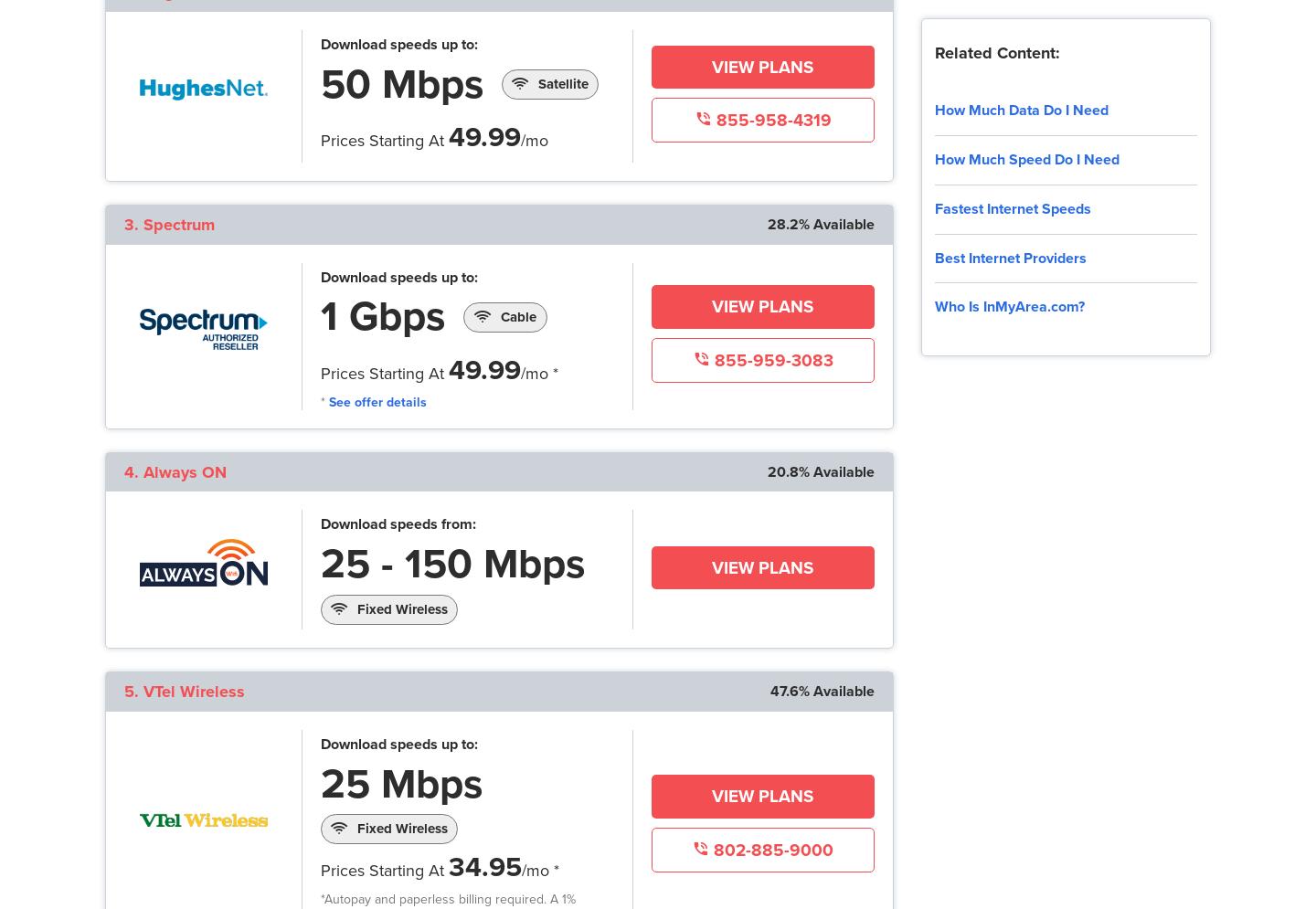 The image size is (1316, 909). Describe the element at coordinates (769, 850) in the screenshot. I see `'802-885-9000'` at that location.